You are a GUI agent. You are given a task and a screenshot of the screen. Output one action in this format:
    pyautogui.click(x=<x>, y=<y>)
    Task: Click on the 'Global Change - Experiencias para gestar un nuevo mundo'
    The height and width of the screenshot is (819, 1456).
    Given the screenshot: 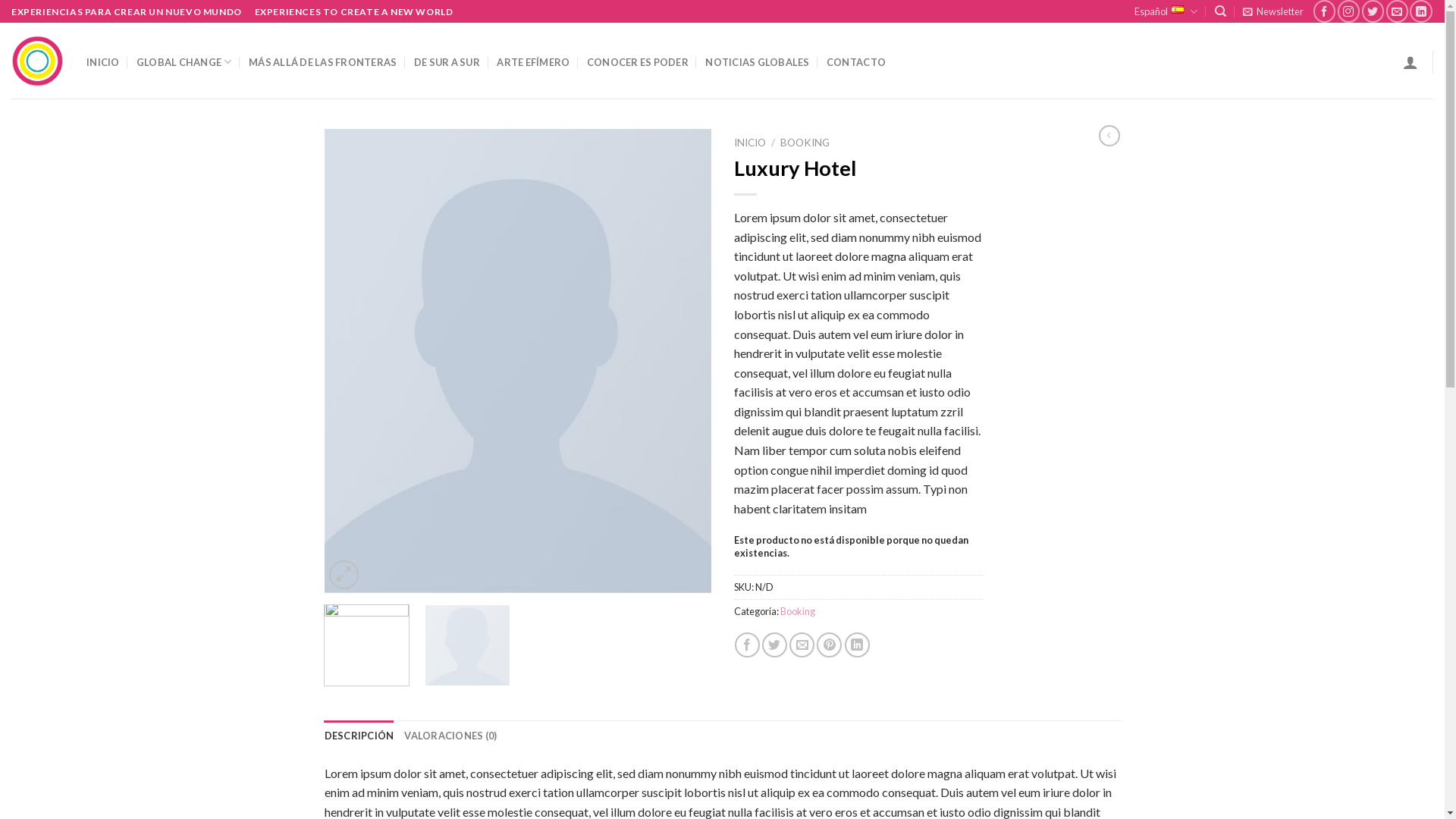 What is the action you would take?
    pyautogui.click(x=37, y=61)
    